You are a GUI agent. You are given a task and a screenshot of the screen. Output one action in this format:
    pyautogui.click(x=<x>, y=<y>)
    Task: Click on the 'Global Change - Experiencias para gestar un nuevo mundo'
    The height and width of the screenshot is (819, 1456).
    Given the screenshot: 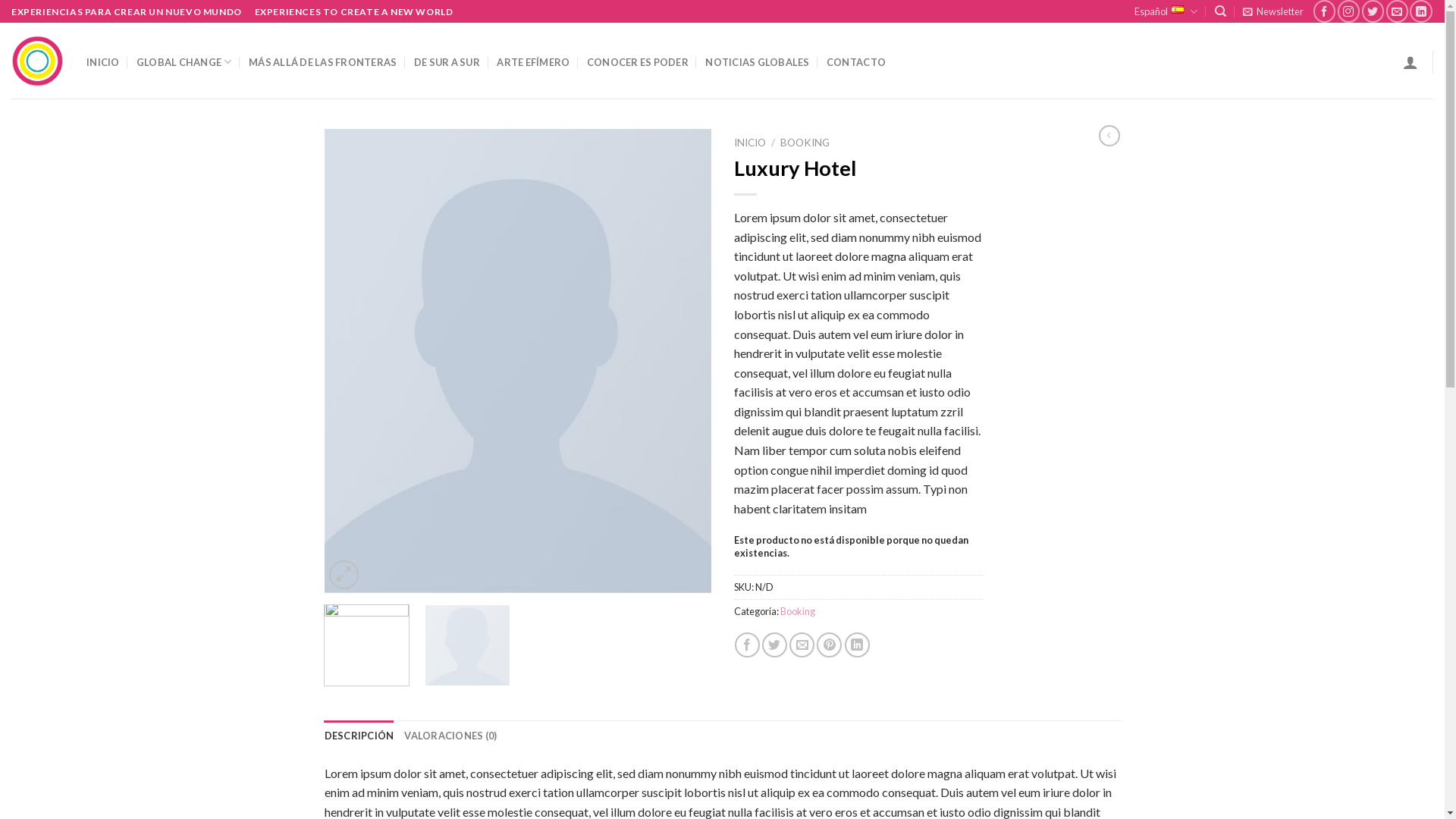 What is the action you would take?
    pyautogui.click(x=37, y=61)
    